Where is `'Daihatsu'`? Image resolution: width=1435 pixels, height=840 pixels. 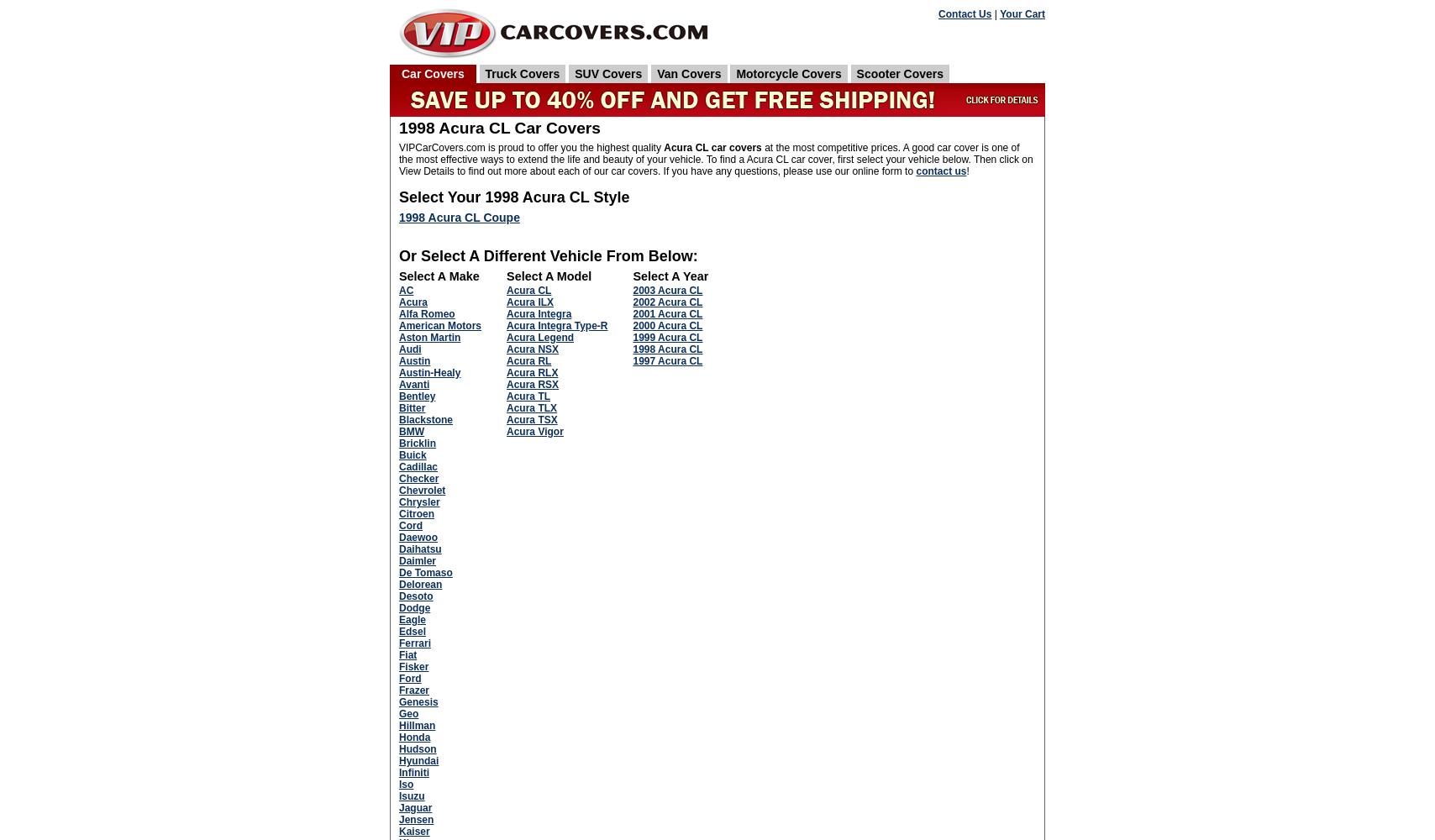
'Daihatsu' is located at coordinates (419, 549).